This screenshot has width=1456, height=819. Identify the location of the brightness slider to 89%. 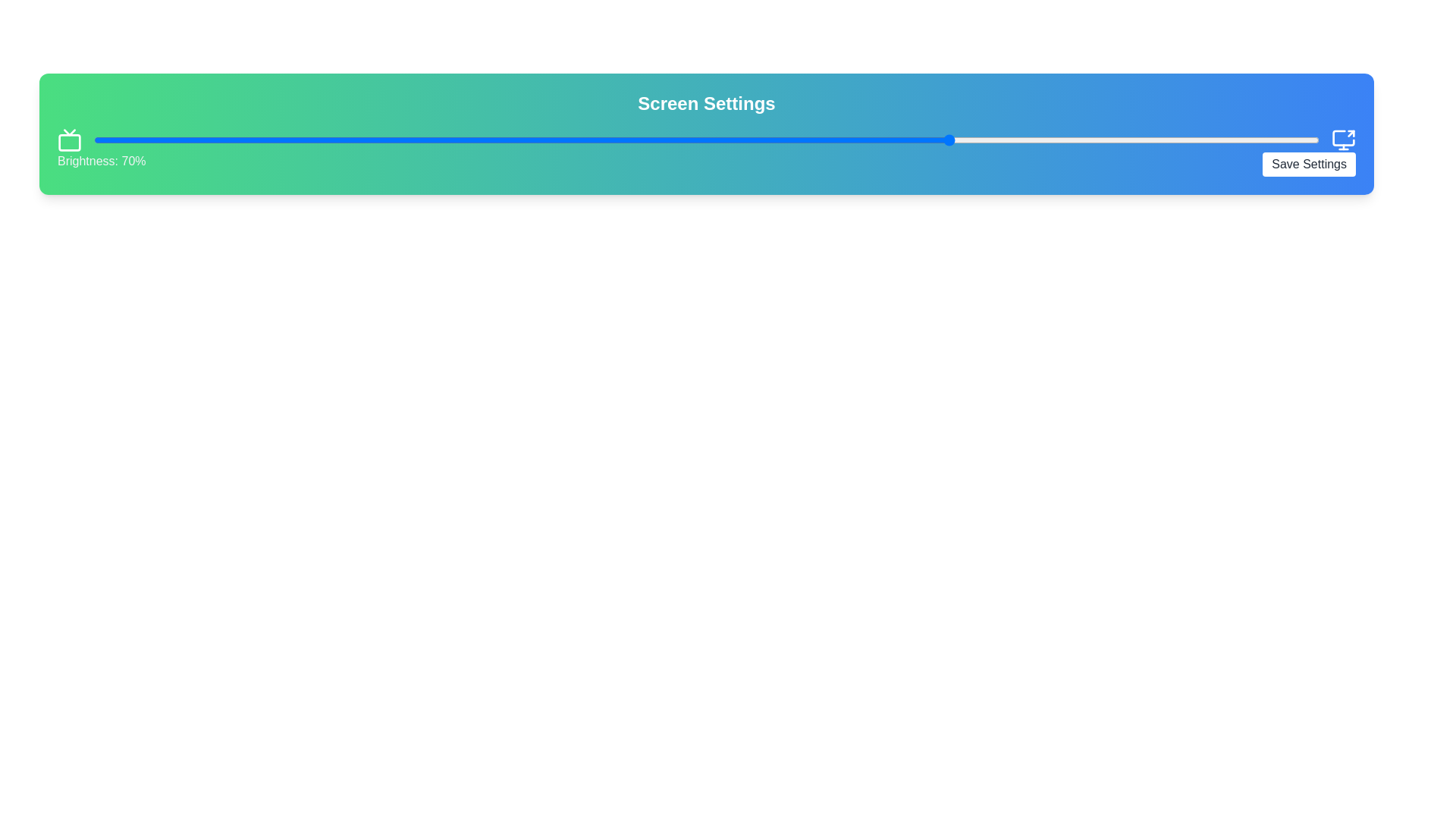
(1184, 140).